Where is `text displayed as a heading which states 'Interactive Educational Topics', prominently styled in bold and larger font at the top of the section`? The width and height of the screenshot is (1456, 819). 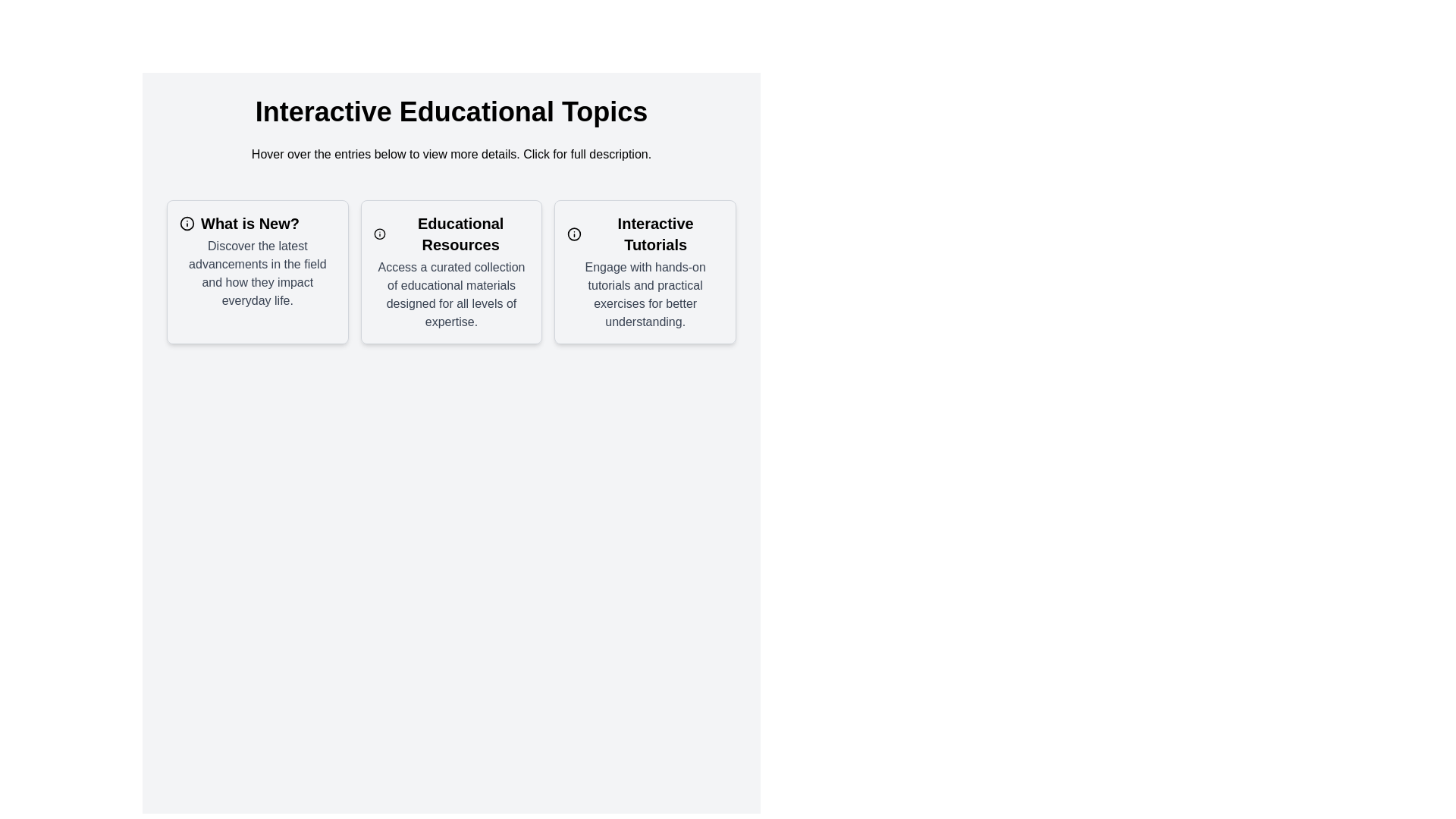 text displayed as a heading which states 'Interactive Educational Topics', prominently styled in bold and larger font at the top of the section is located at coordinates (450, 111).